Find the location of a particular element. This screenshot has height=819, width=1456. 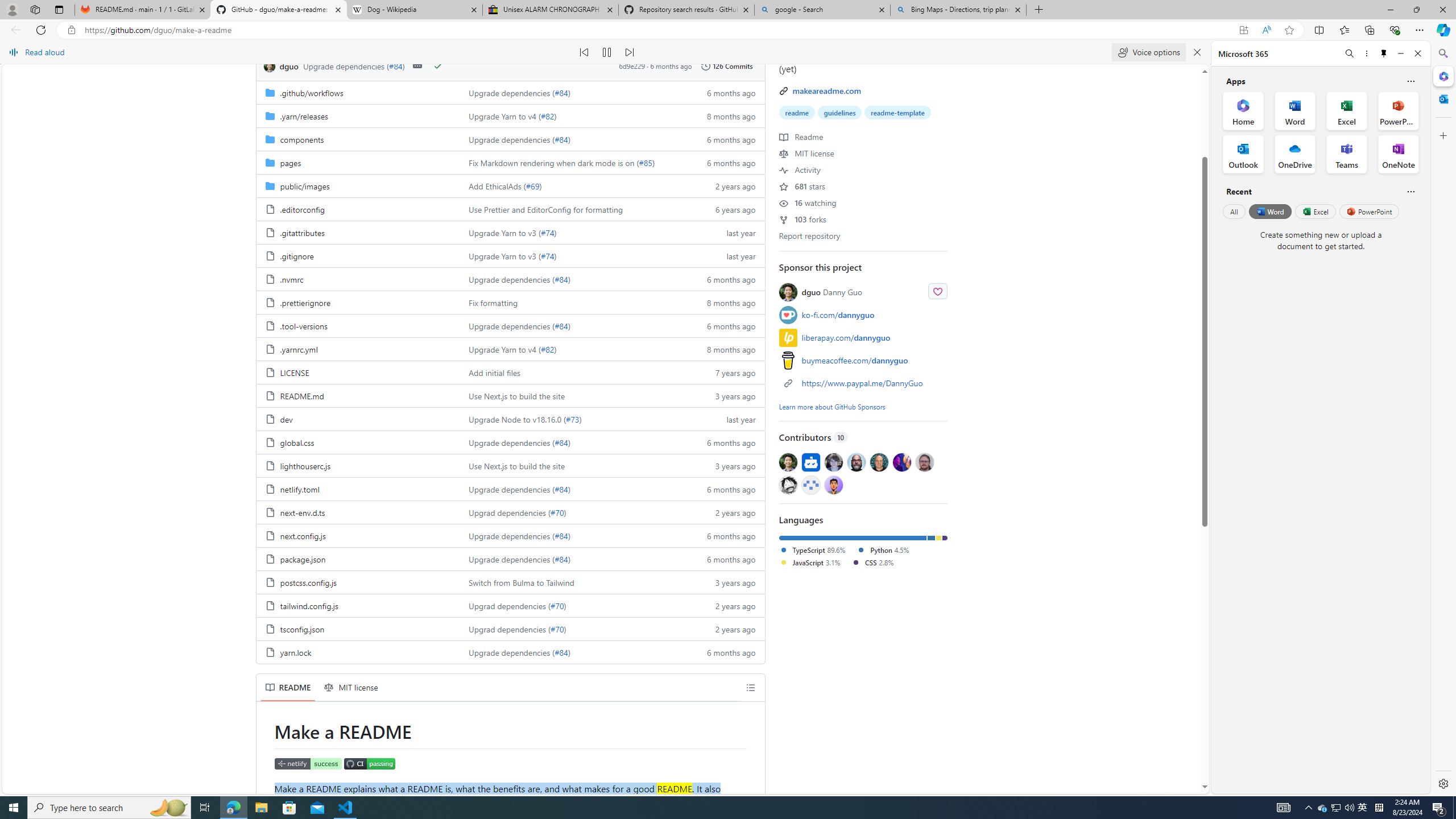

'ko-fi.com/dannyguo' is located at coordinates (837, 315).